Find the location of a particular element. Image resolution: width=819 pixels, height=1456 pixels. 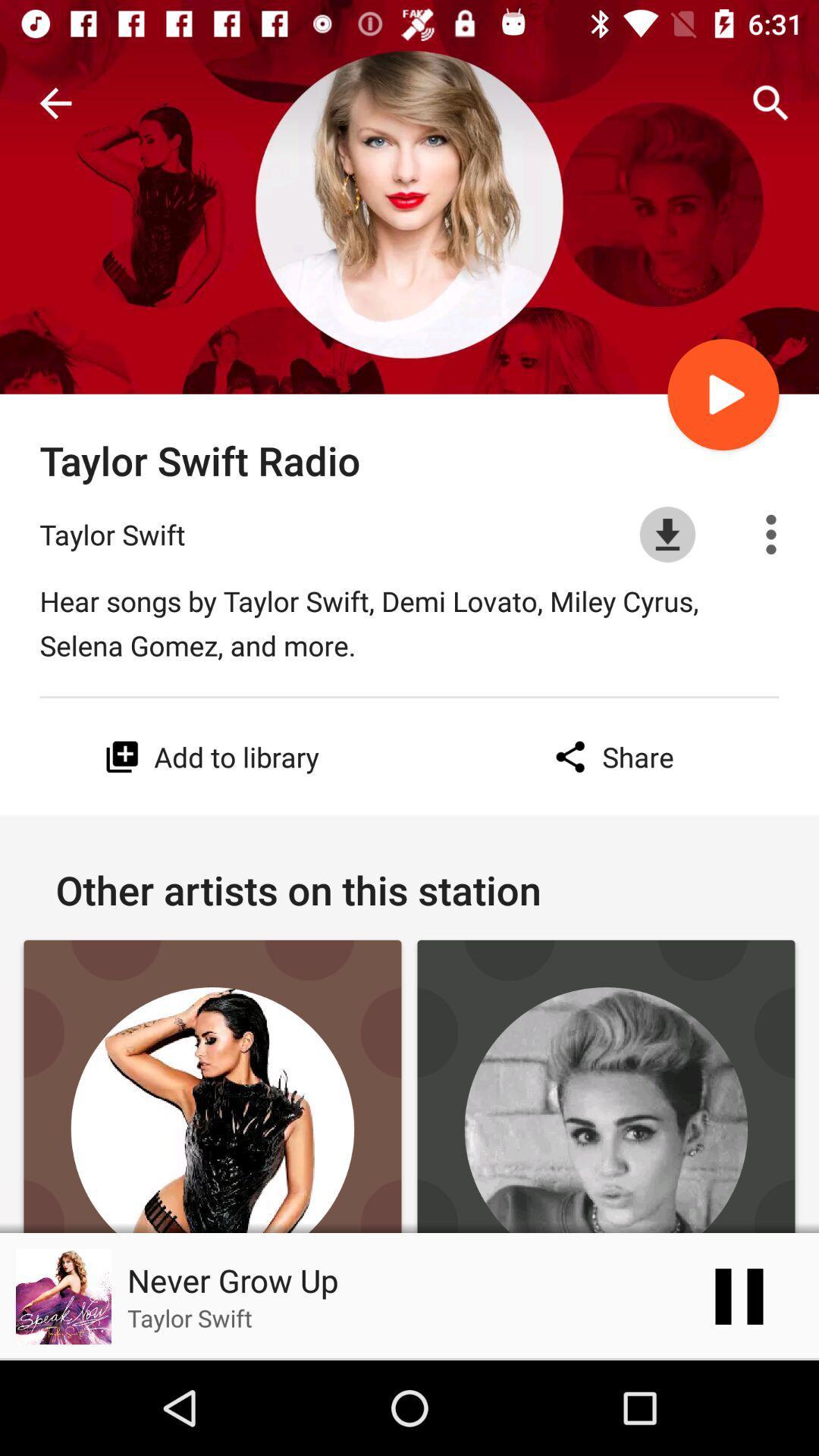

icon left to the text add to library is located at coordinates (121, 757).